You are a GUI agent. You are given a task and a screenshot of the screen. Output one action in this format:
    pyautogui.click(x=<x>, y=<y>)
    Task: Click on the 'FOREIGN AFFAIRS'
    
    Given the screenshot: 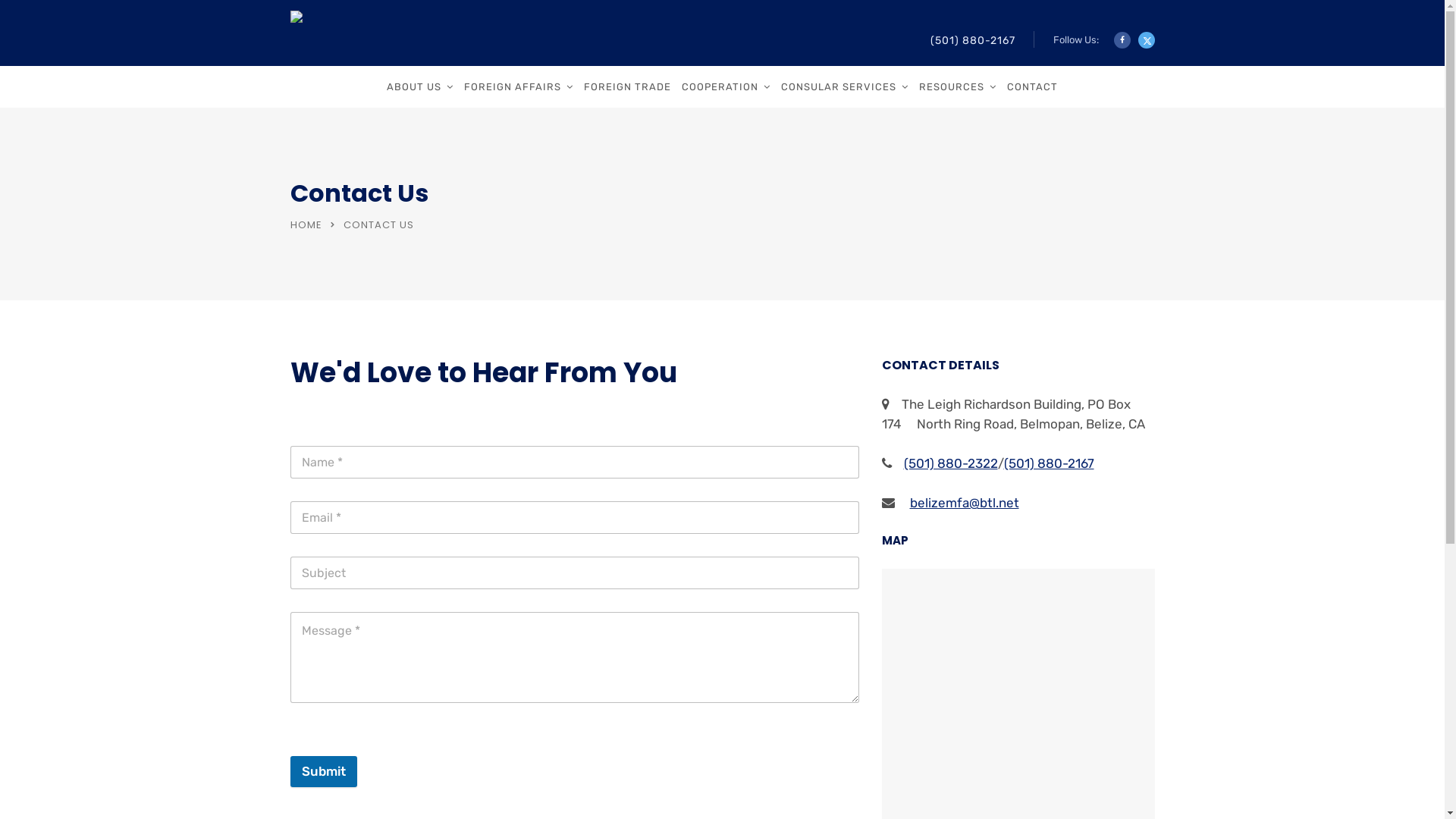 What is the action you would take?
    pyautogui.click(x=463, y=86)
    